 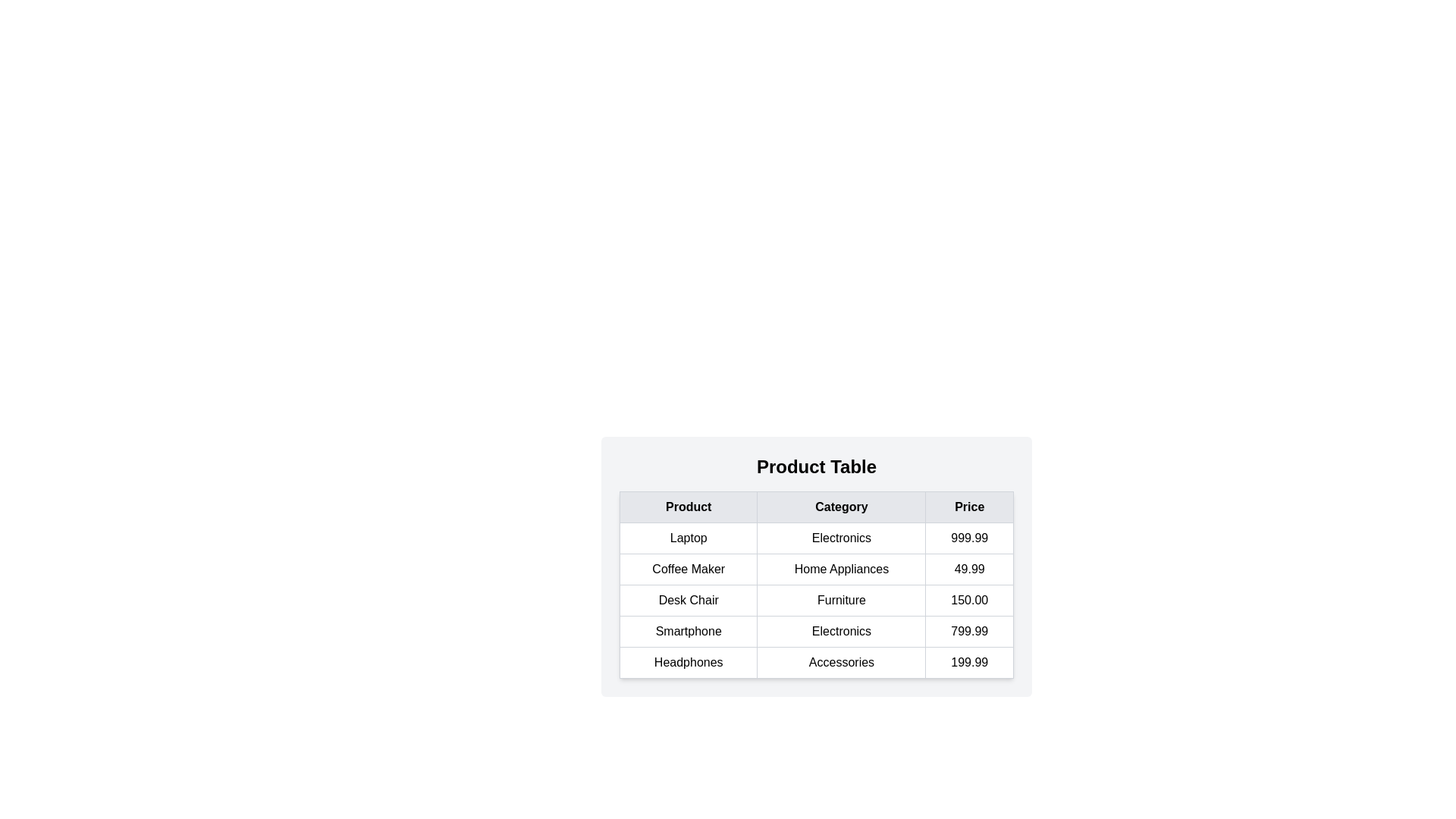 I want to click on the text label in the second cell of the row corresponding to 'Laptop' in the main table area, under the 'Category' column, so click(x=840, y=537).